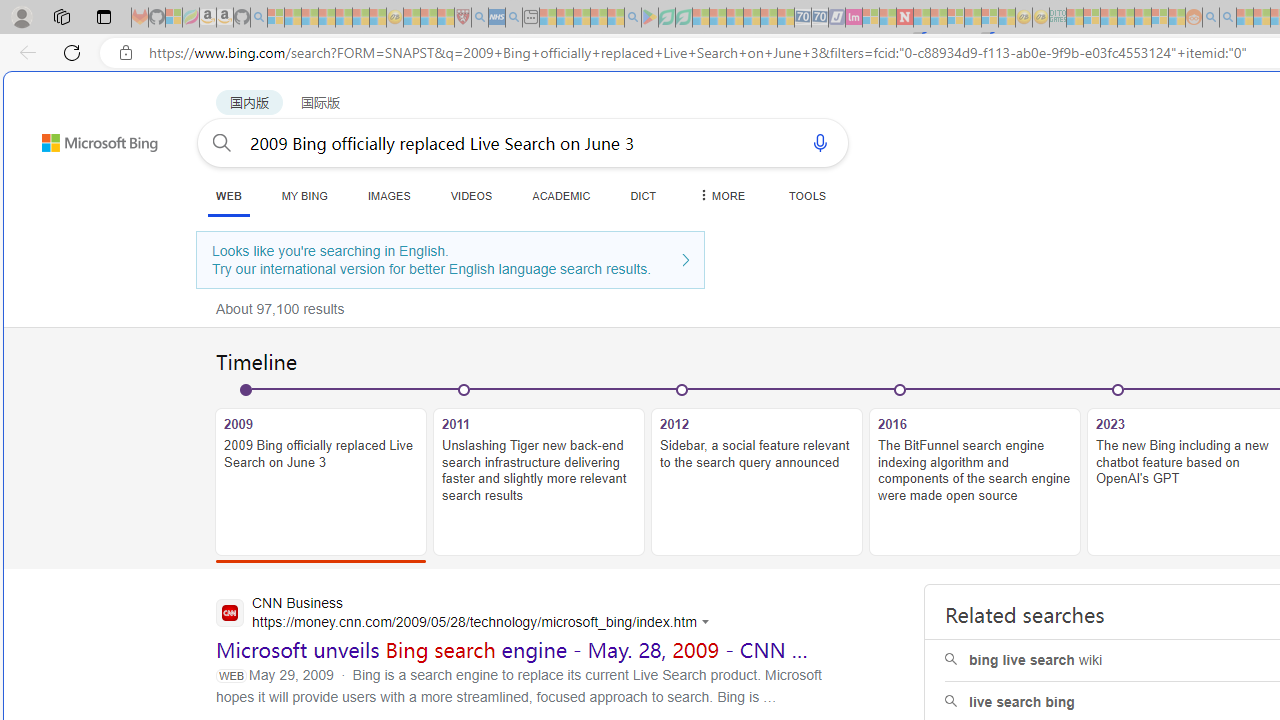 This screenshot has width=1280, height=720. What do you see at coordinates (303, 195) in the screenshot?
I see `'MY BING'` at bounding box center [303, 195].